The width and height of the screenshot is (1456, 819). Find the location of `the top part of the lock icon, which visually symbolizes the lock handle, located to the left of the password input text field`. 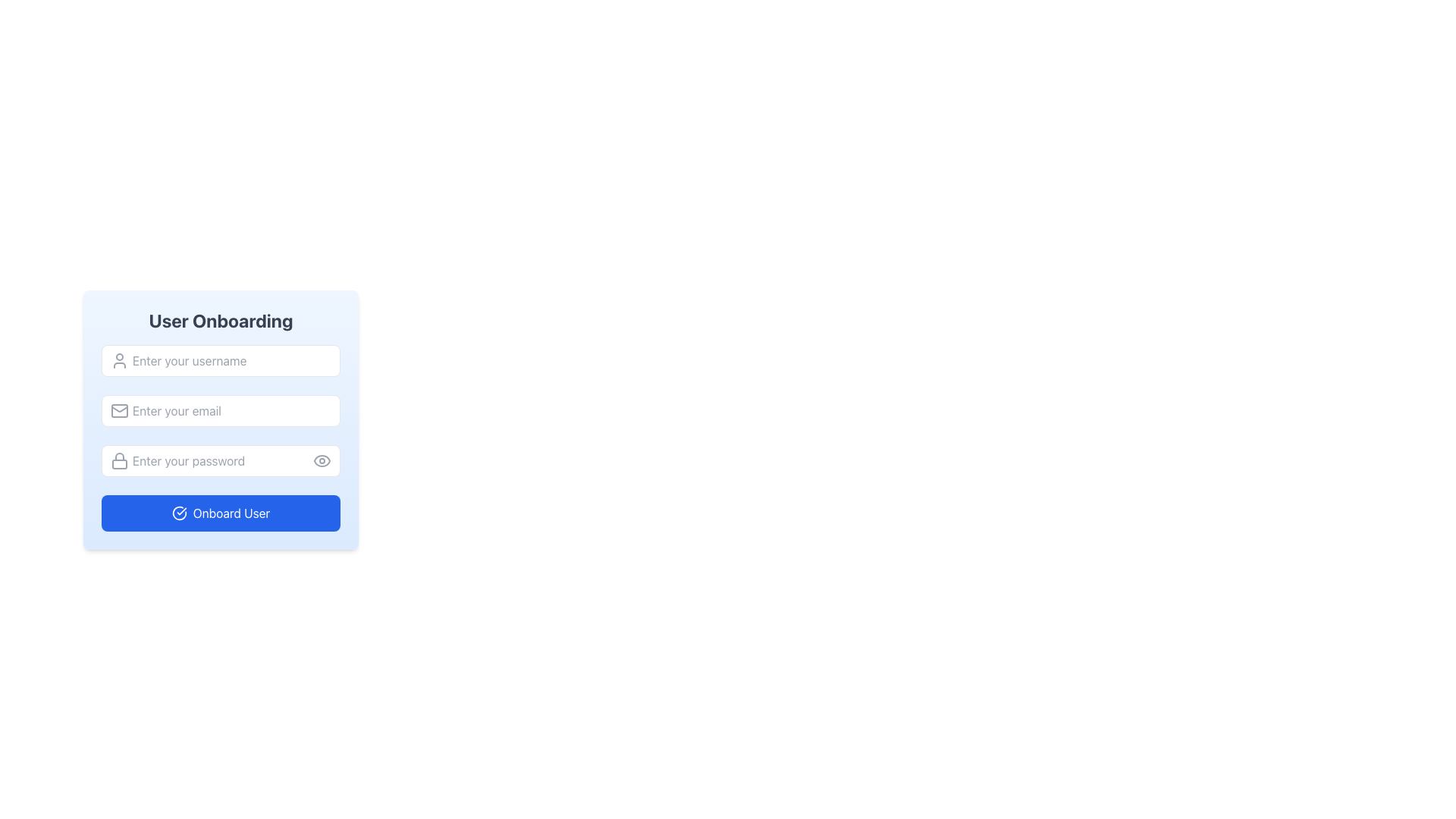

the top part of the lock icon, which visually symbolizes the lock handle, located to the left of the password input text field is located at coordinates (119, 456).